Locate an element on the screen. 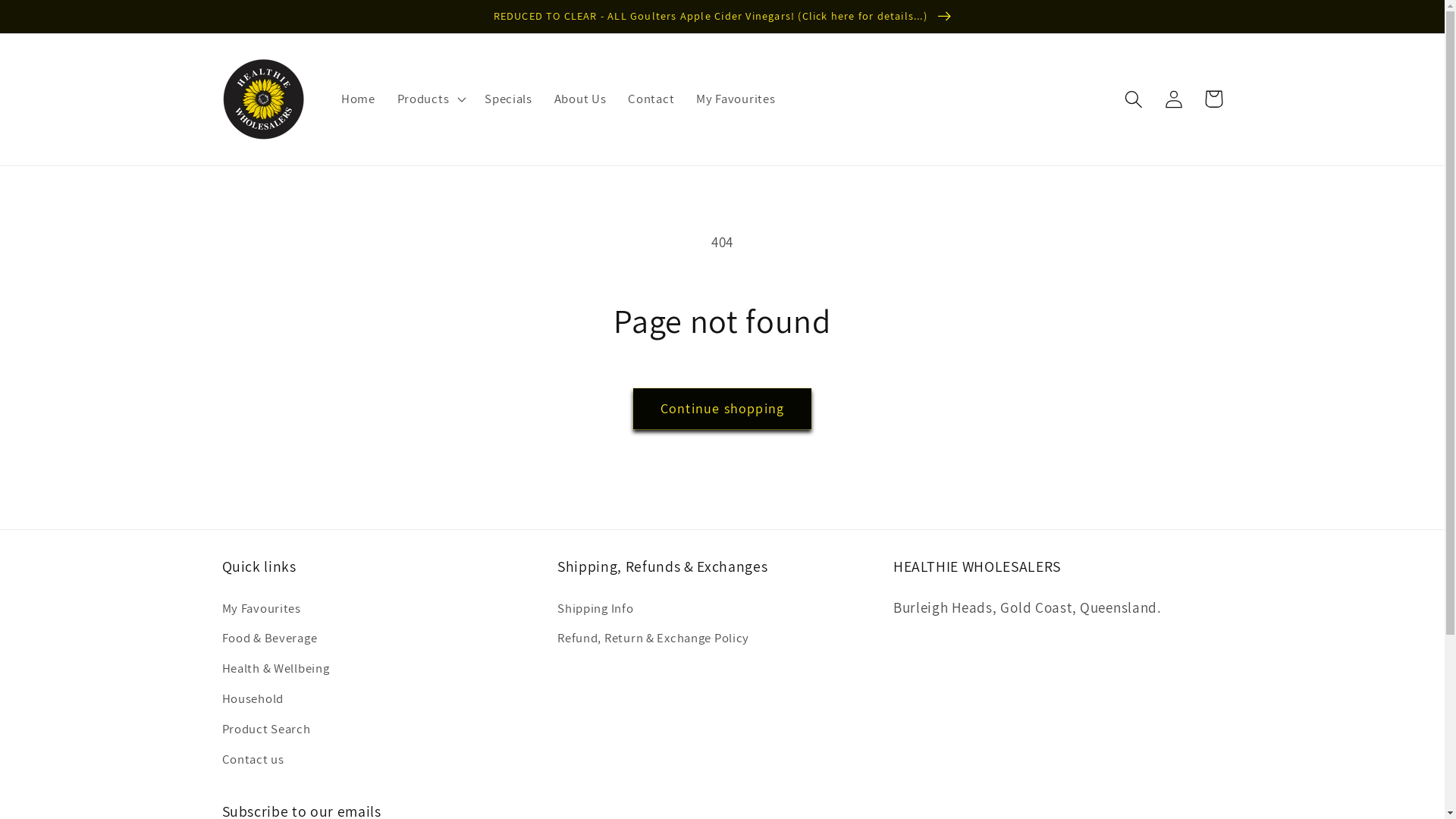 Image resolution: width=1456 pixels, height=819 pixels. 'Continue shopping' is located at coordinates (633, 408).